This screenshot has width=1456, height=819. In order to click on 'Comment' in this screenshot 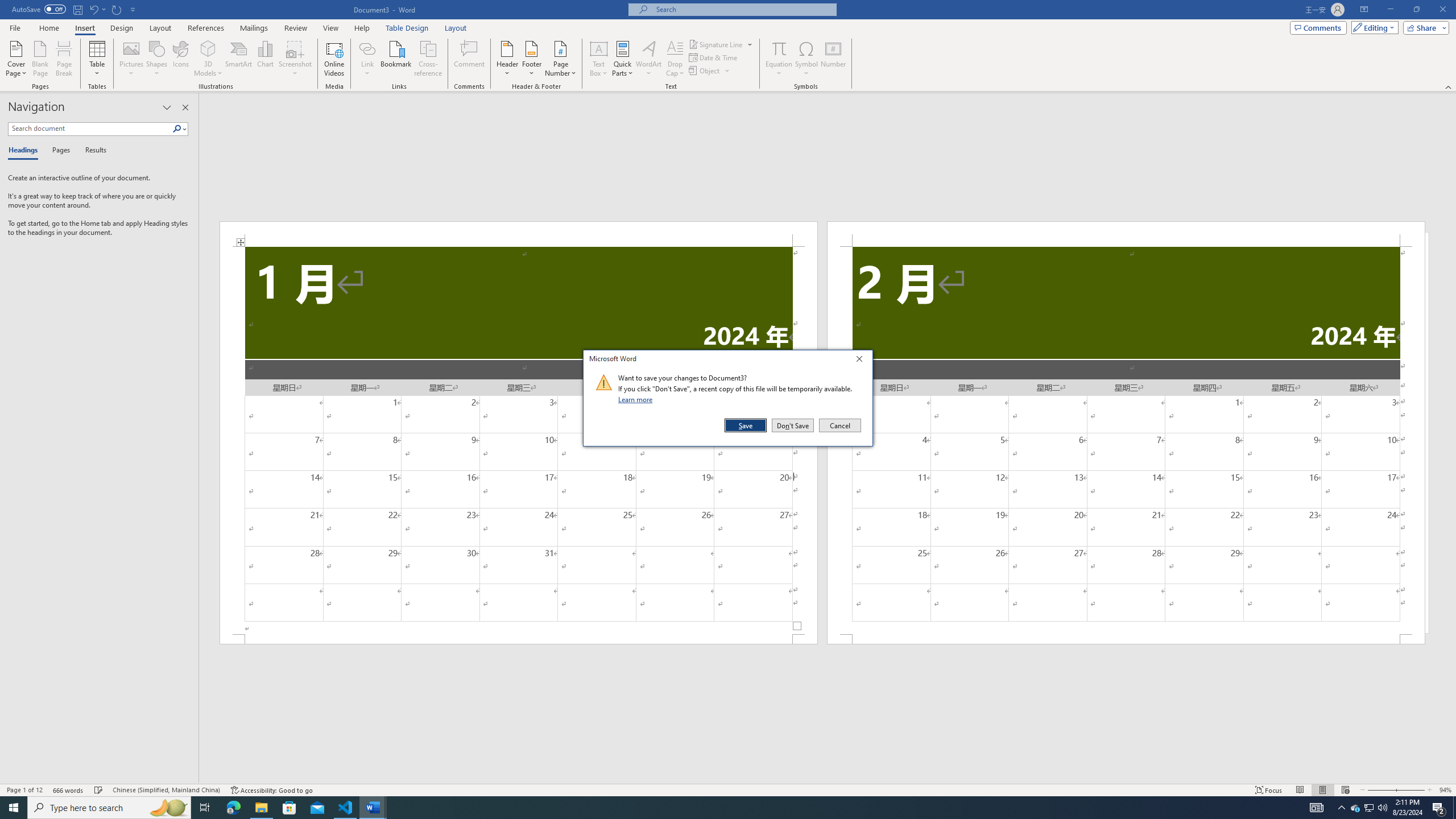, I will do `click(469, 59)`.